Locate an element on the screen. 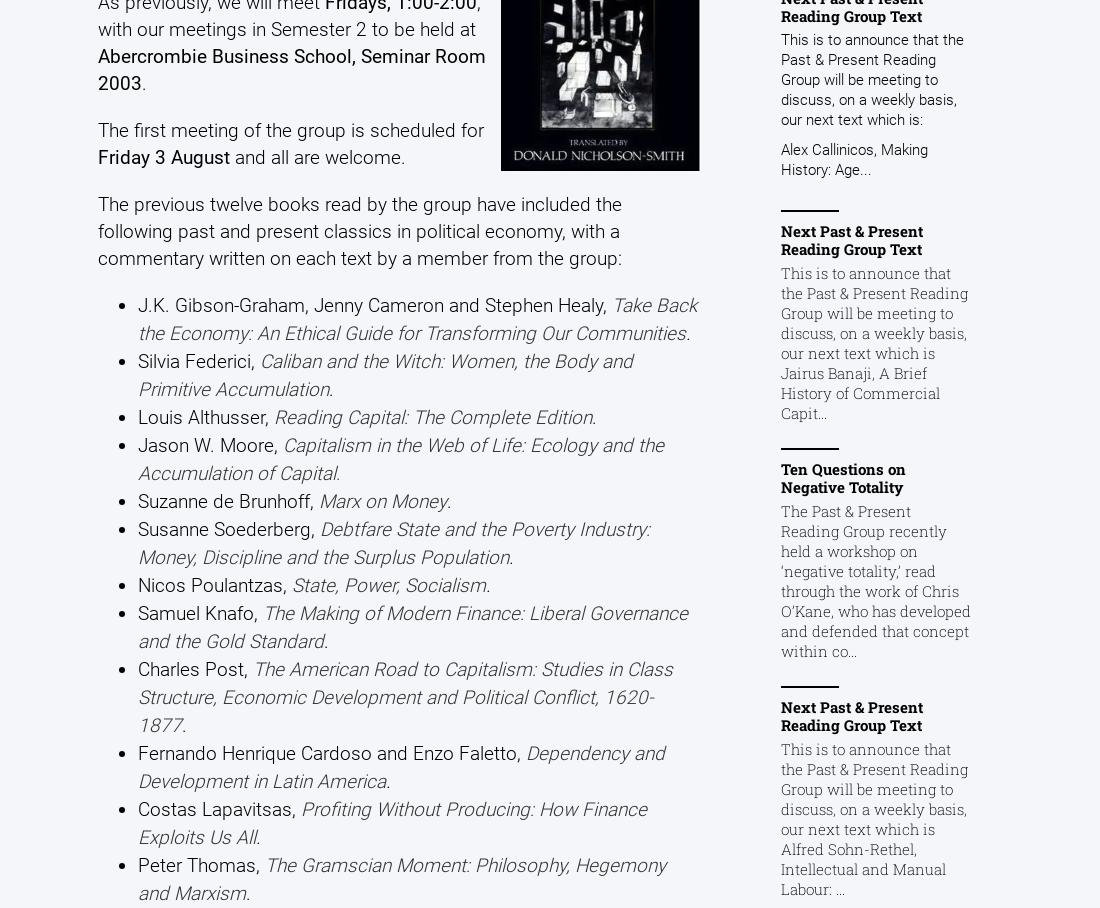 This screenshot has height=908, width=1100. 'Peter Thomas,' is located at coordinates (199, 863).